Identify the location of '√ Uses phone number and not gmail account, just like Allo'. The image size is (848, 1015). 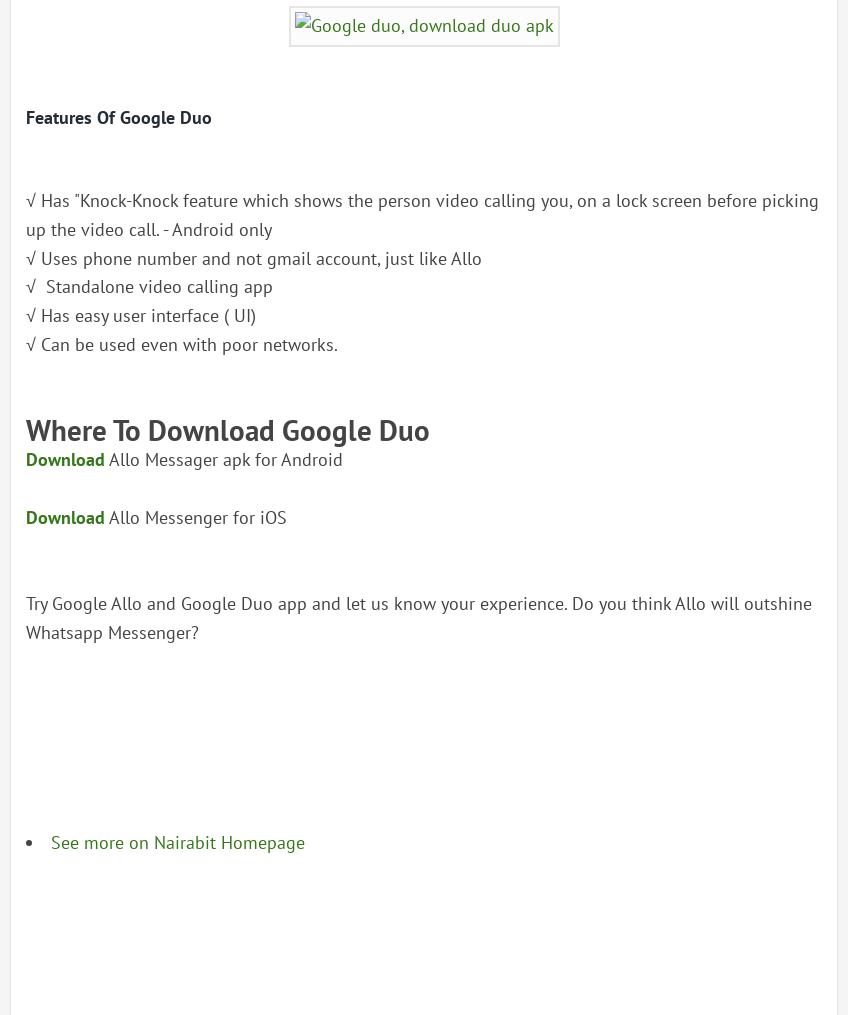
(252, 257).